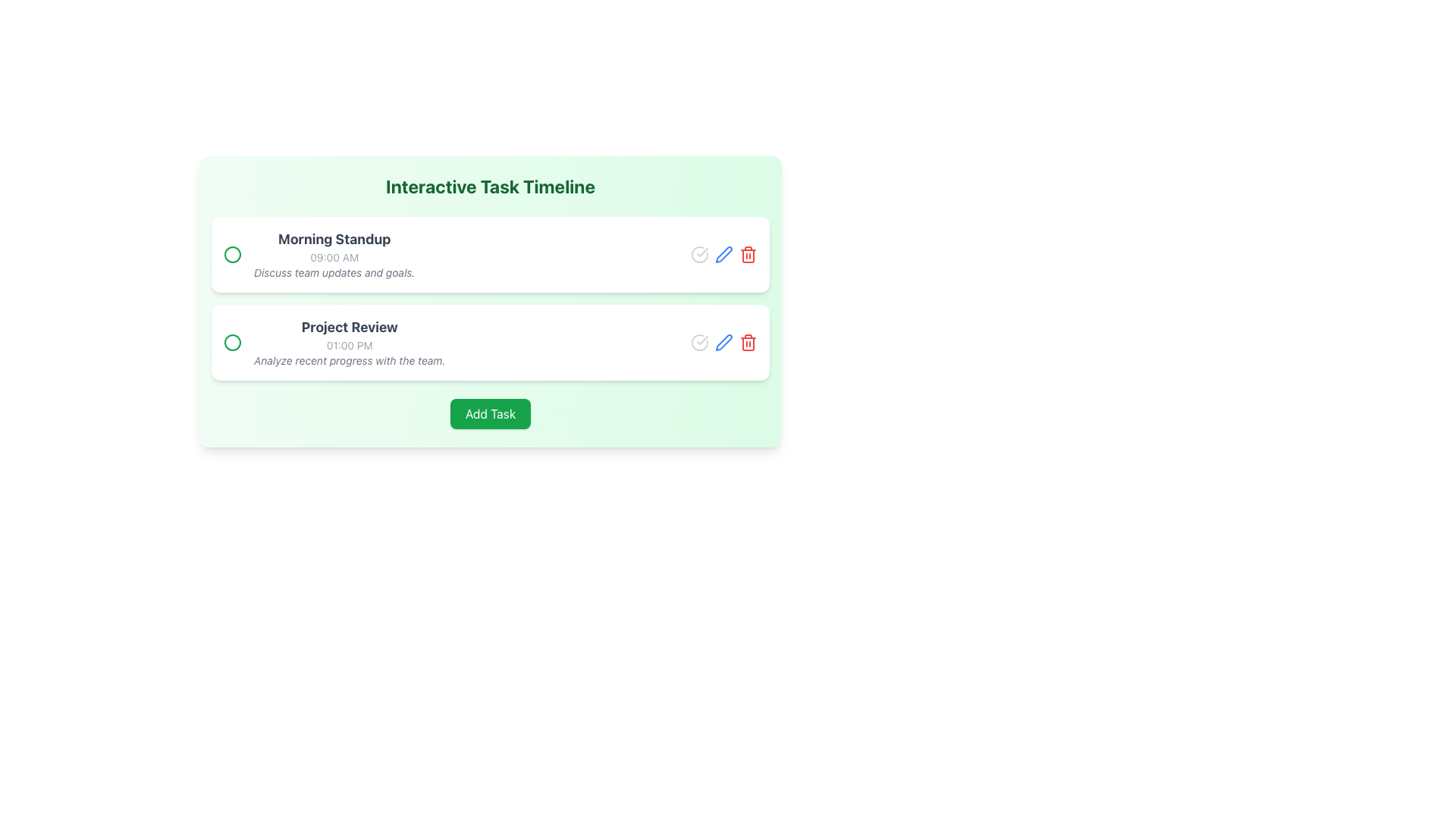 The height and width of the screenshot is (819, 1456). What do you see at coordinates (748, 253) in the screenshot?
I see `the delete Icon Button located at the far-right end of the control icons group in the 'Project Review' task row` at bounding box center [748, 253].